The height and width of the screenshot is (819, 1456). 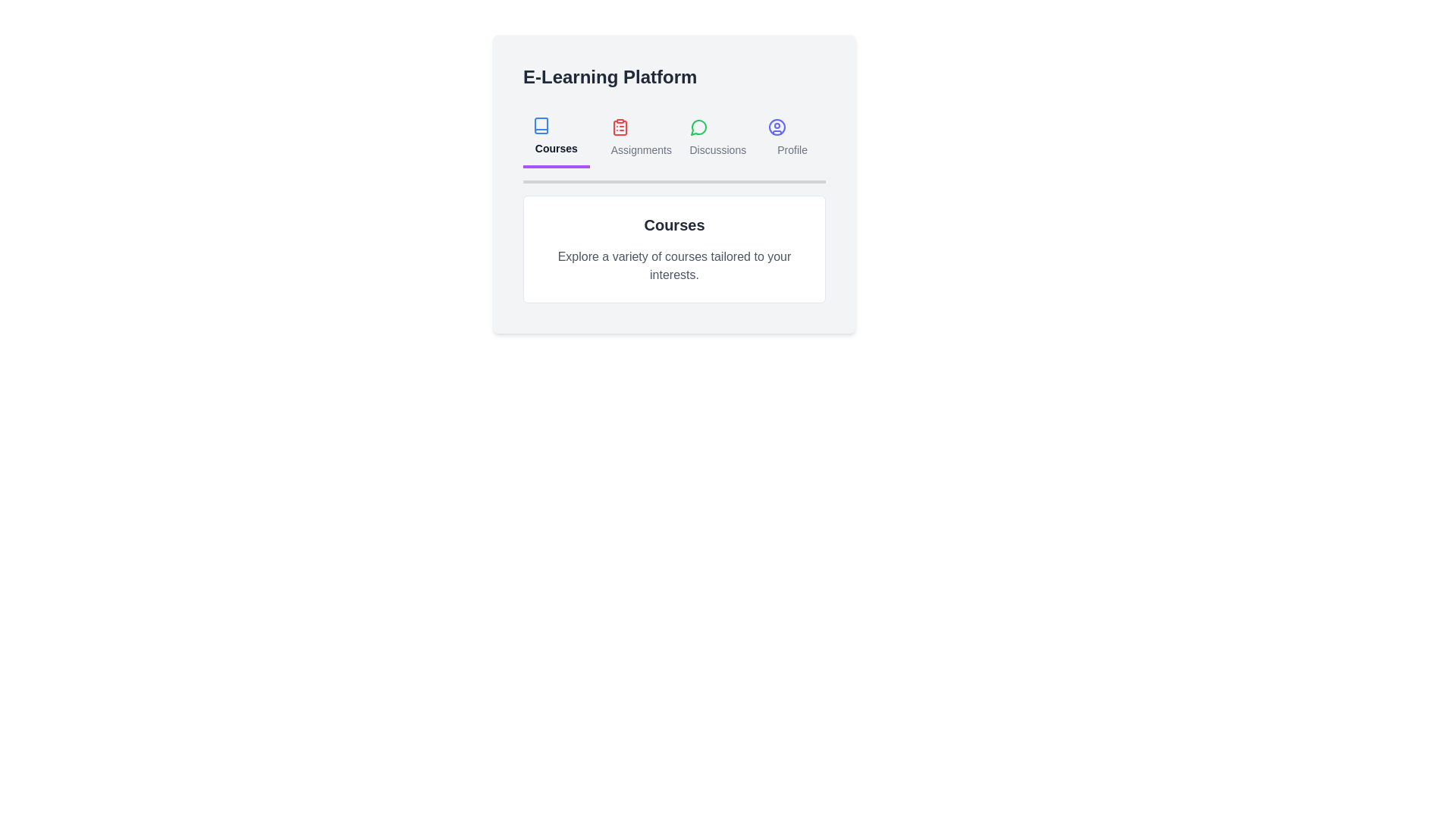 What do you see at coordinates (555, 137) in the screenshot?
I see `the Courses tab to view its content` at bounding box center [555, 137].